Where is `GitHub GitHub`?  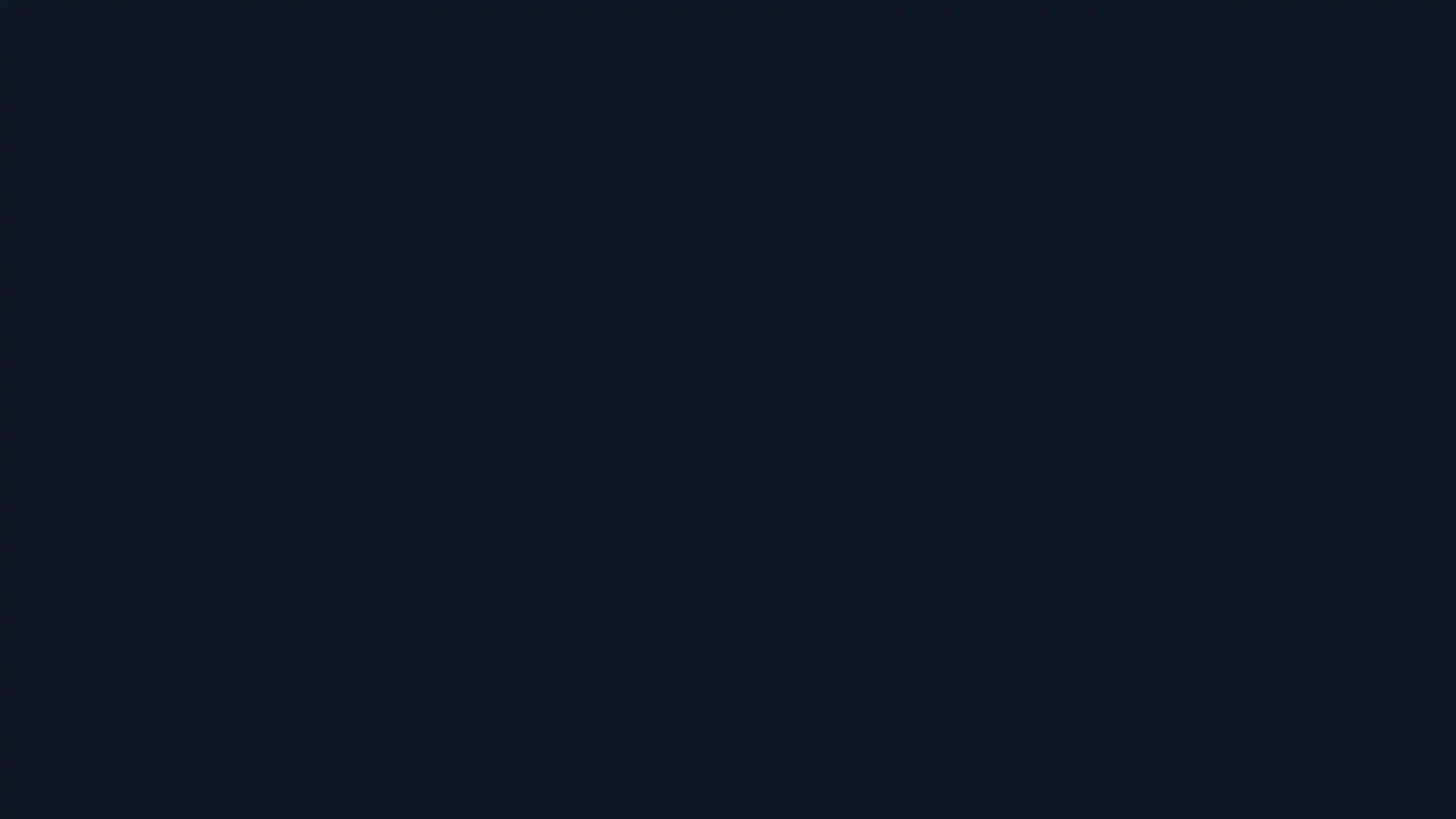
GitHub GitHub is located at coordinates (728, 455).